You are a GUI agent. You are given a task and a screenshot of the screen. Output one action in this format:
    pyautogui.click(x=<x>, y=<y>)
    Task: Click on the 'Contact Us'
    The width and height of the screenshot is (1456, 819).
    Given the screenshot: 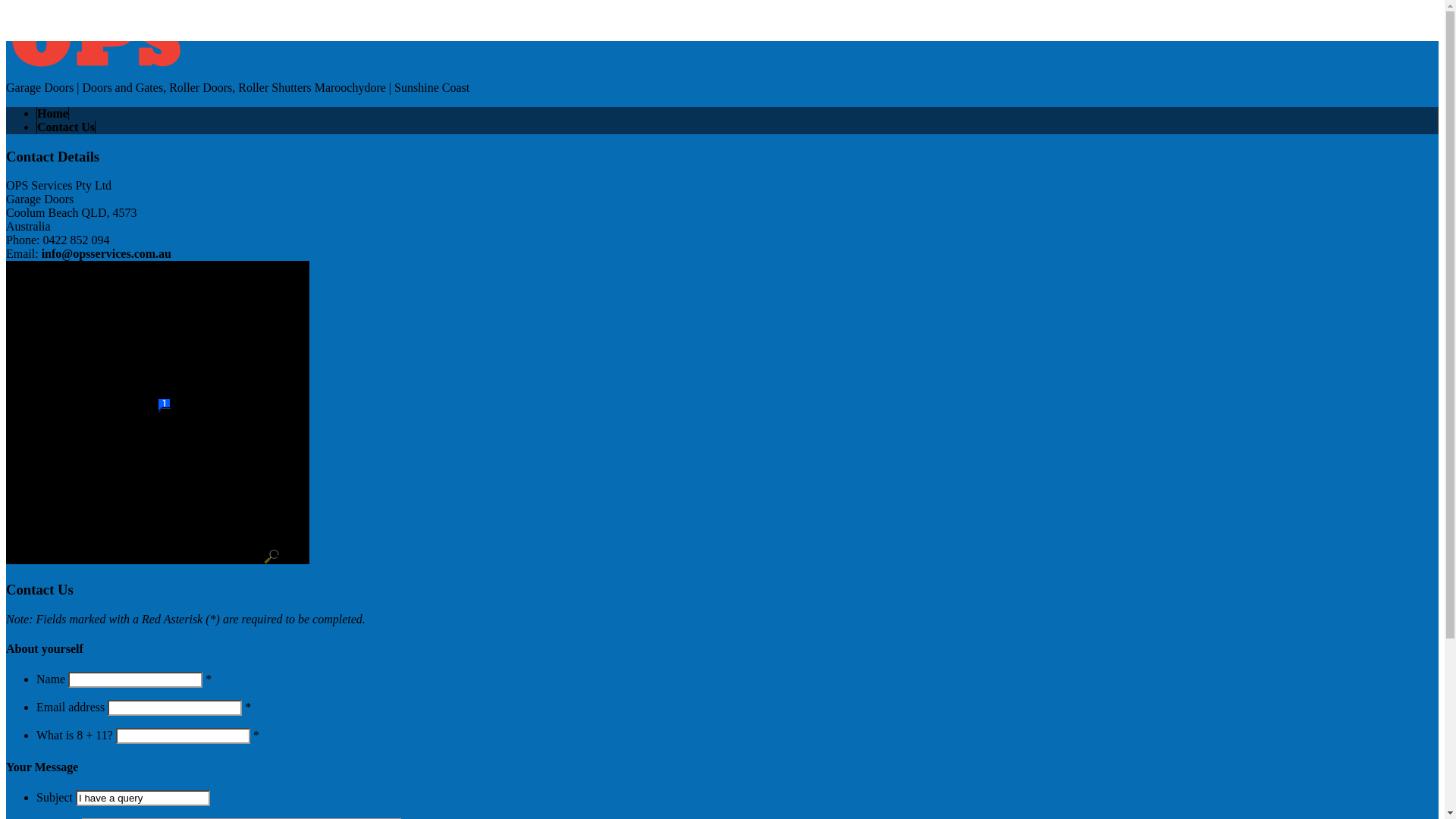 What is the action you would take?
    pyautogui.click(x=64, y=126)
    